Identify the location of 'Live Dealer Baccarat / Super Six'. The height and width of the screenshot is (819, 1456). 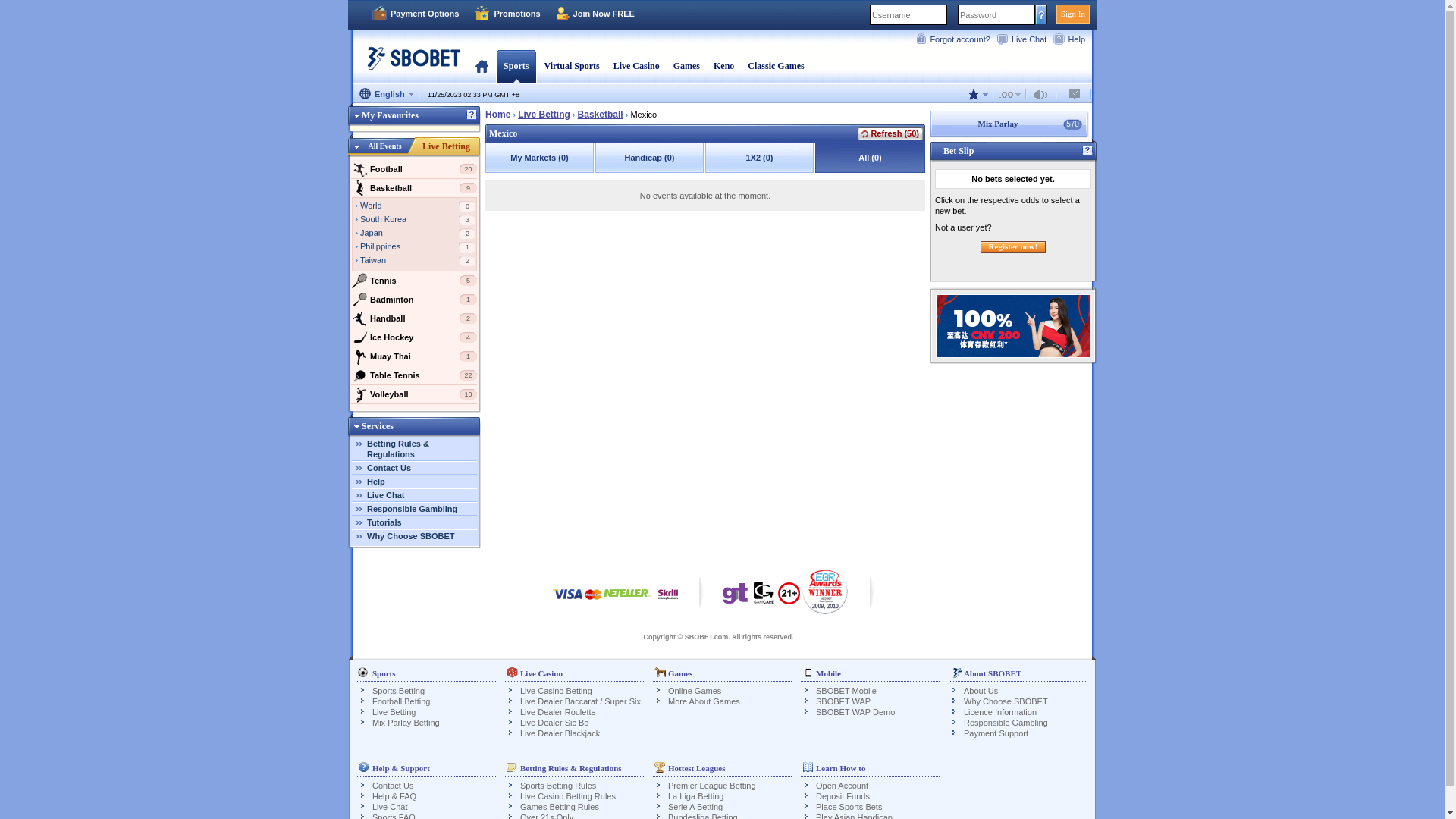
(579, 701).